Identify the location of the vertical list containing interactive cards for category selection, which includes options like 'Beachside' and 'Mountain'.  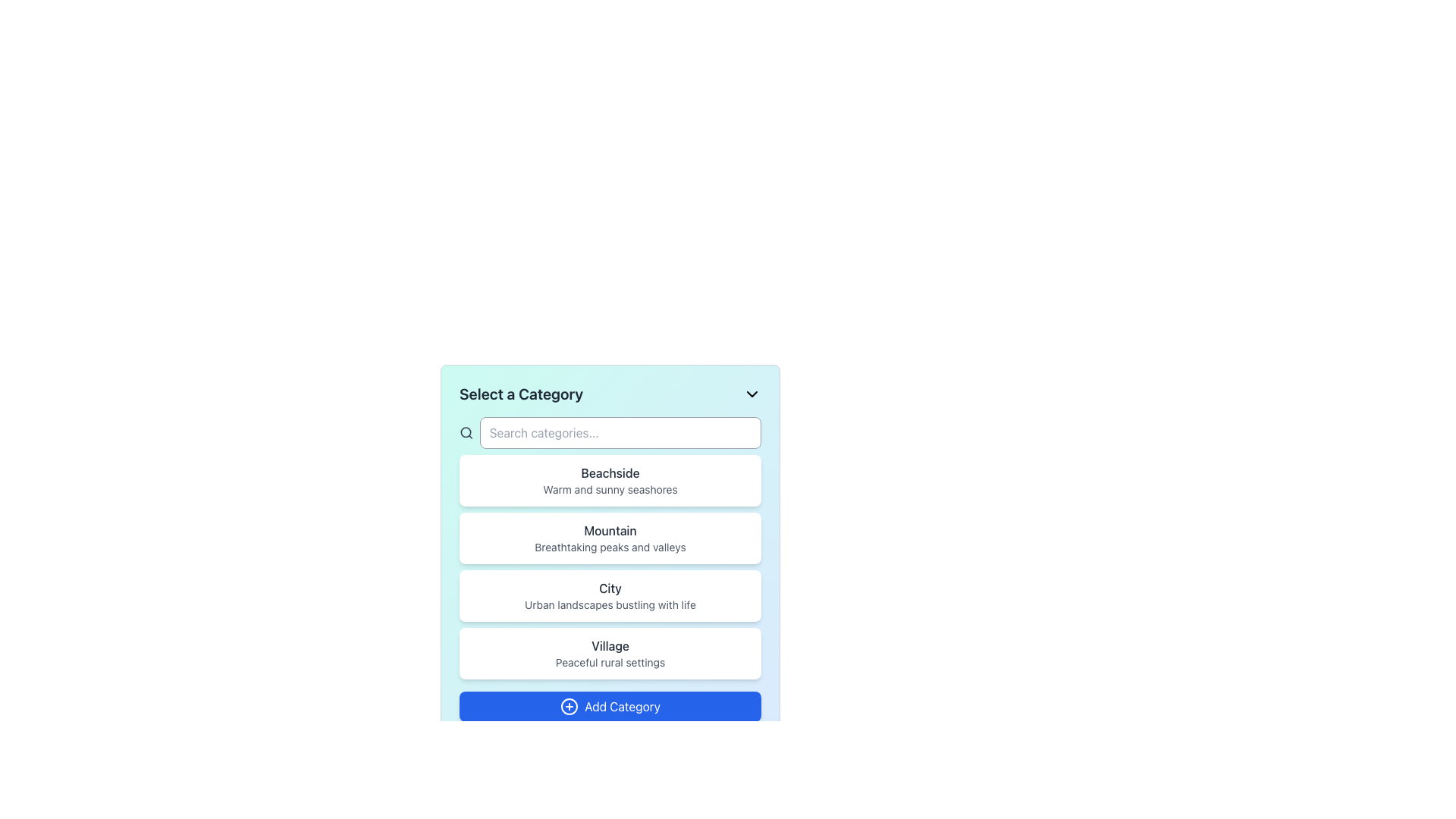
(610, 567).